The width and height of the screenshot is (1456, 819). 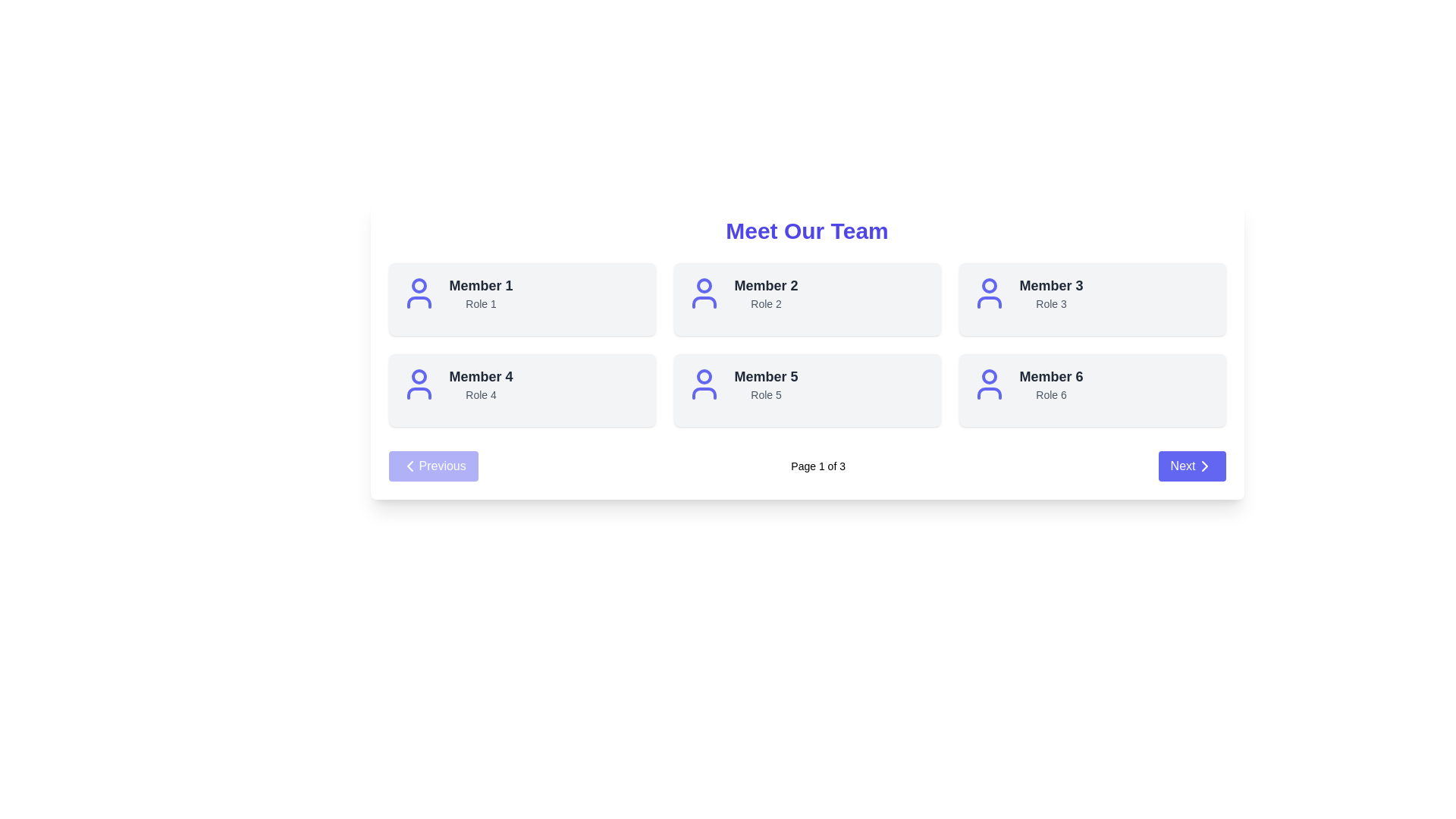 What do you see at coordinates (766, 293) in the screenshot?
I see `the member information displayed` at bounding box center [766, 293].